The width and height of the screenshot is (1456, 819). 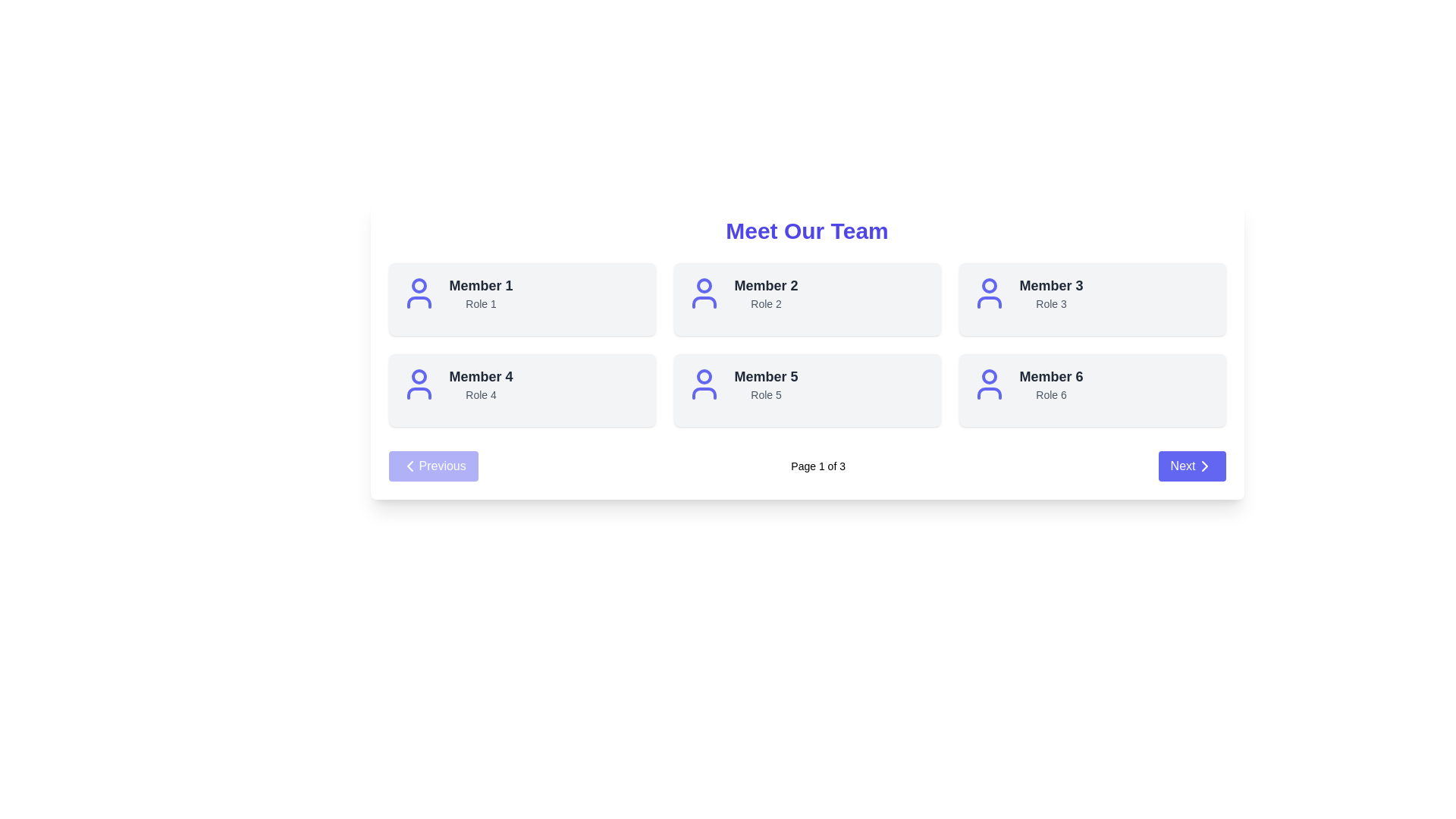 What do you see at coordinates (766, 293) in the screenshot?
I see `the member information displayed` at bounding box center [766, 293].